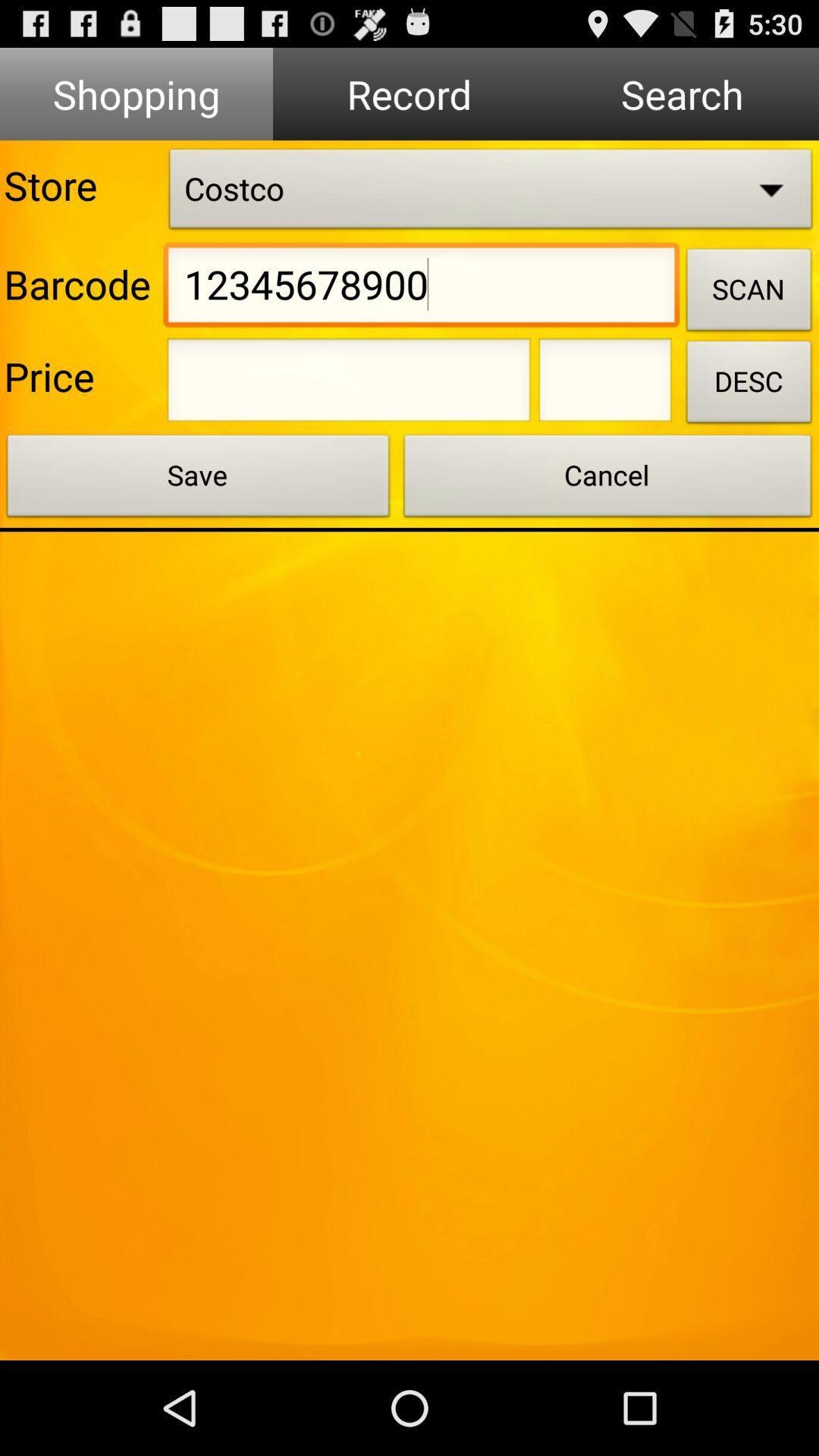  I want to click on choose unit, so click(604, 384).